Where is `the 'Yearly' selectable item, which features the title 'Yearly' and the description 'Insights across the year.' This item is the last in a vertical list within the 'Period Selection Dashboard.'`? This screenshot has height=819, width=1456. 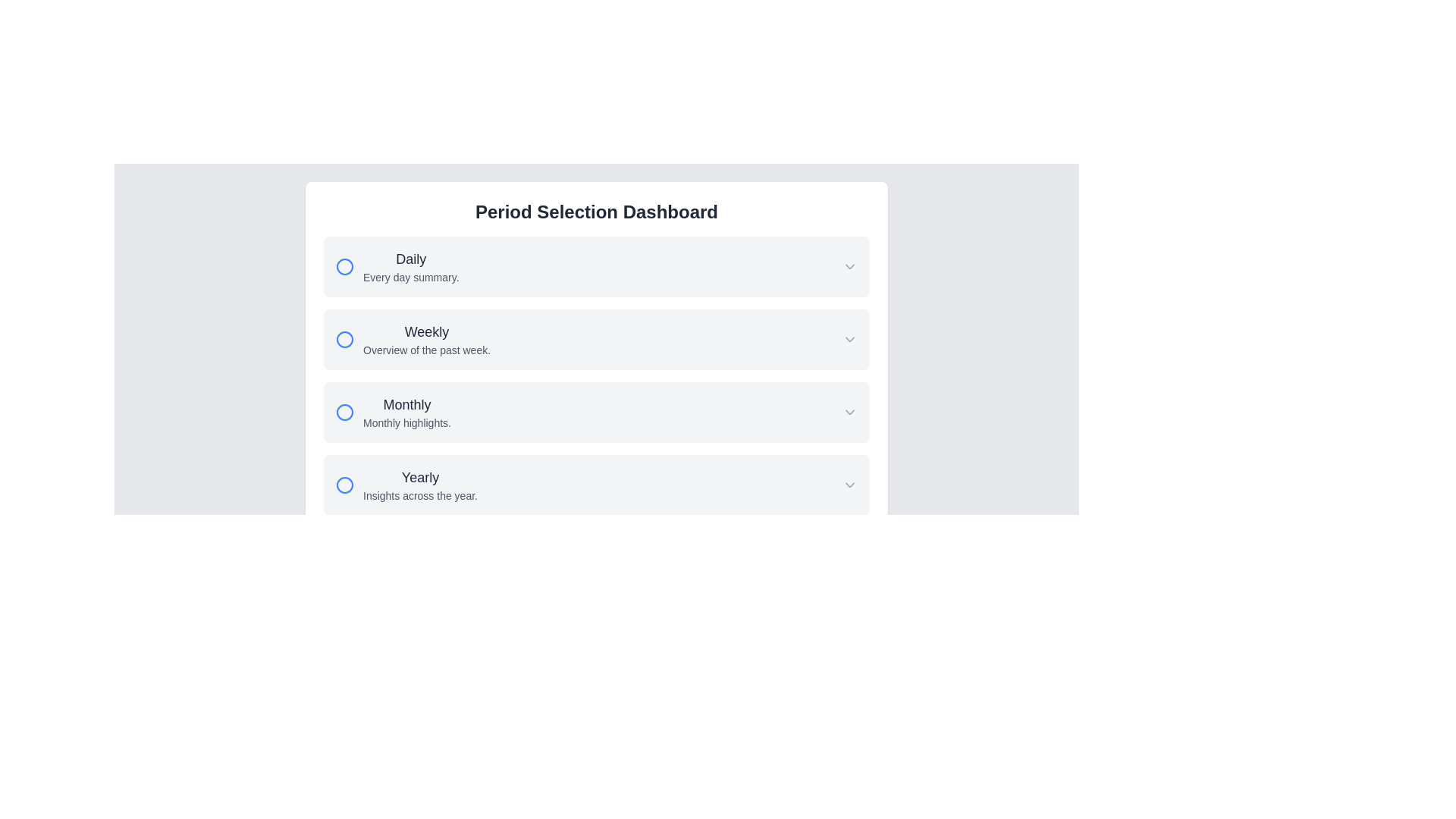 the 'Yearly' selectable item, which features the title 'Yearly' and the description 'Insights across the year.' This item is the last in a vertical list within the 'Period Selection Dashboard.' is located at coordinates (406, 485).